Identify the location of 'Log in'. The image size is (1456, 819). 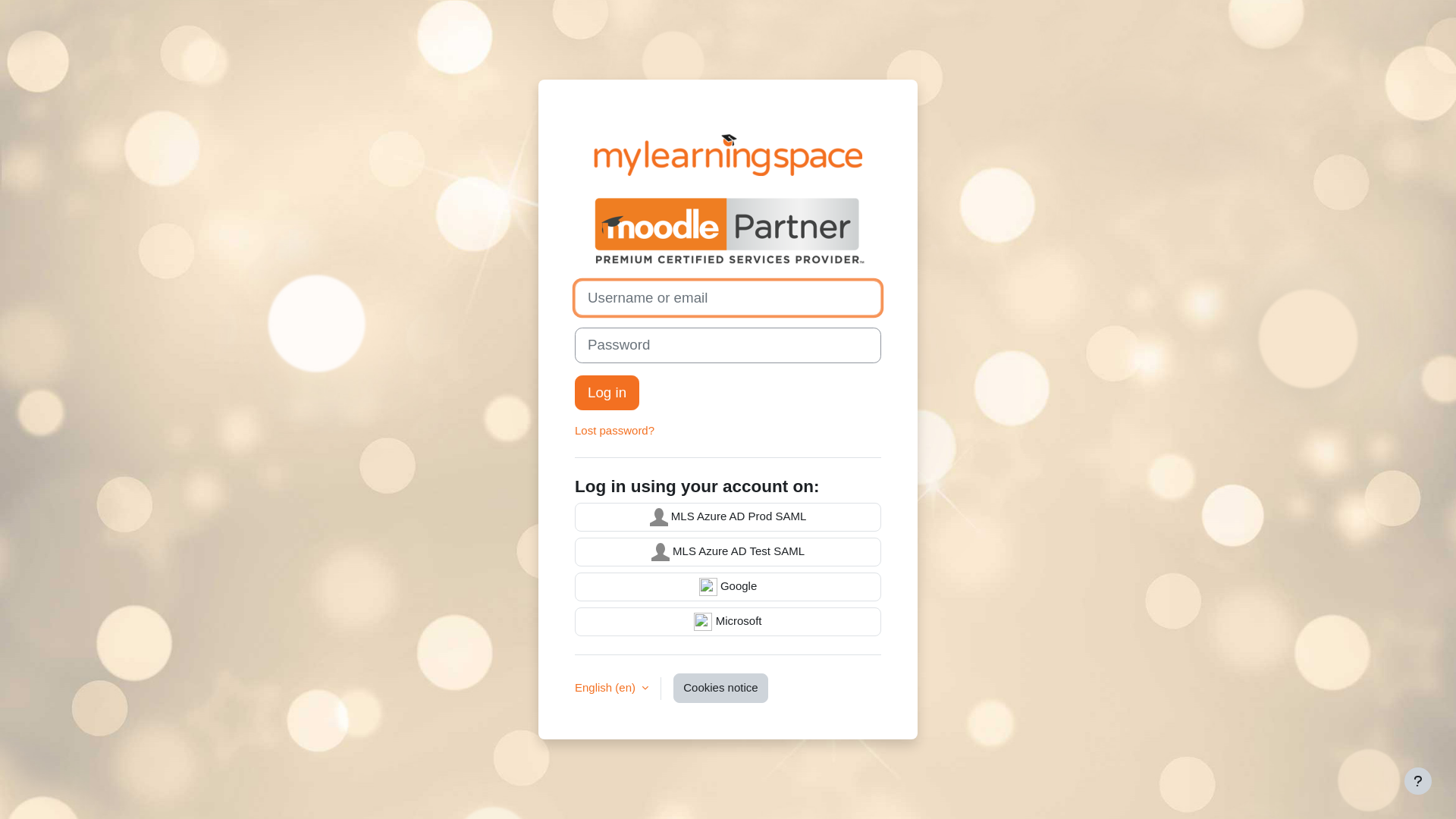
(574, 391).